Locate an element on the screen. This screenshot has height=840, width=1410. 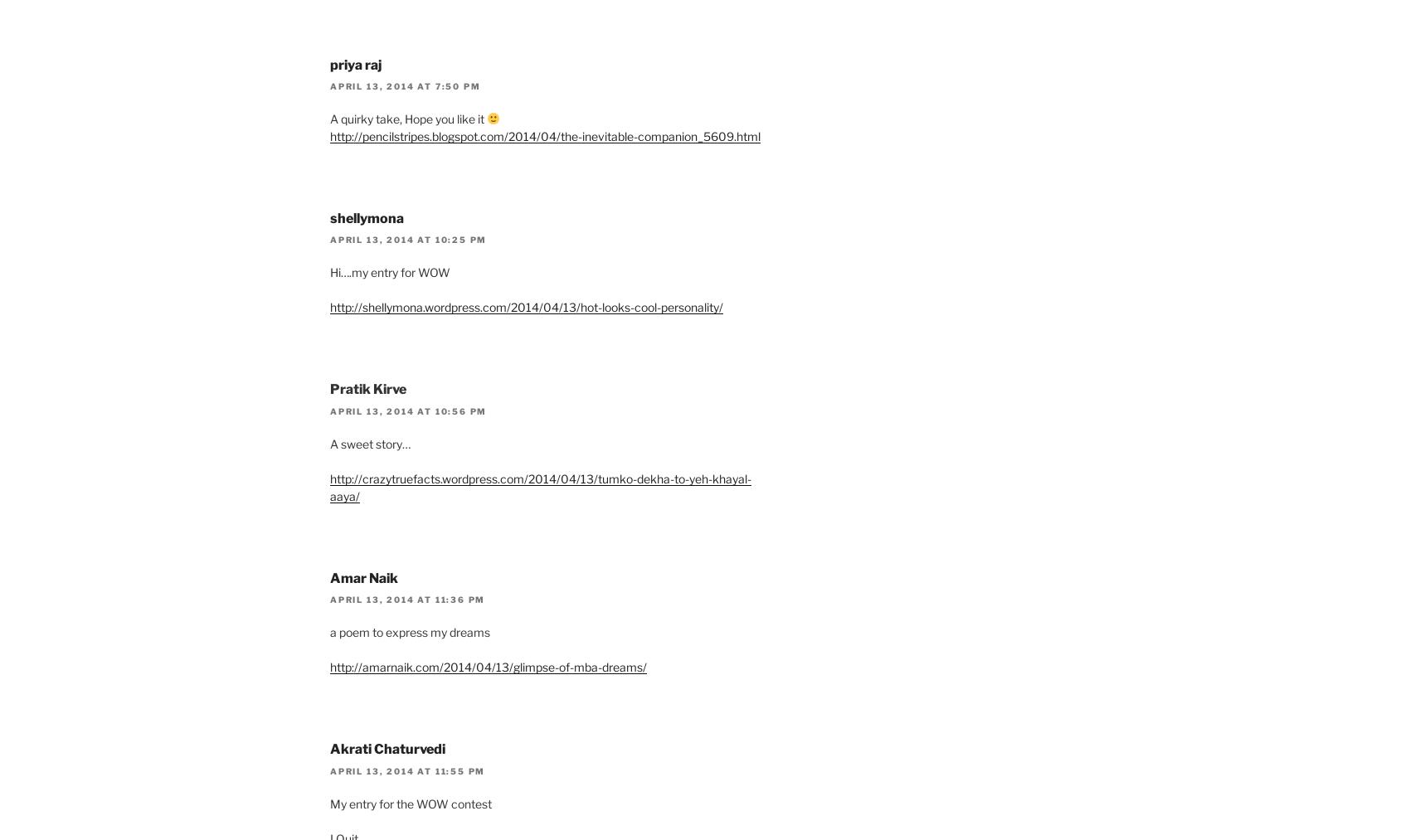
'http://crazytruefacts.wordpress.com/2014/04/13/tumko-dekha-to-yeh-khayal-aaya/' is located at coordinates (540, 487).